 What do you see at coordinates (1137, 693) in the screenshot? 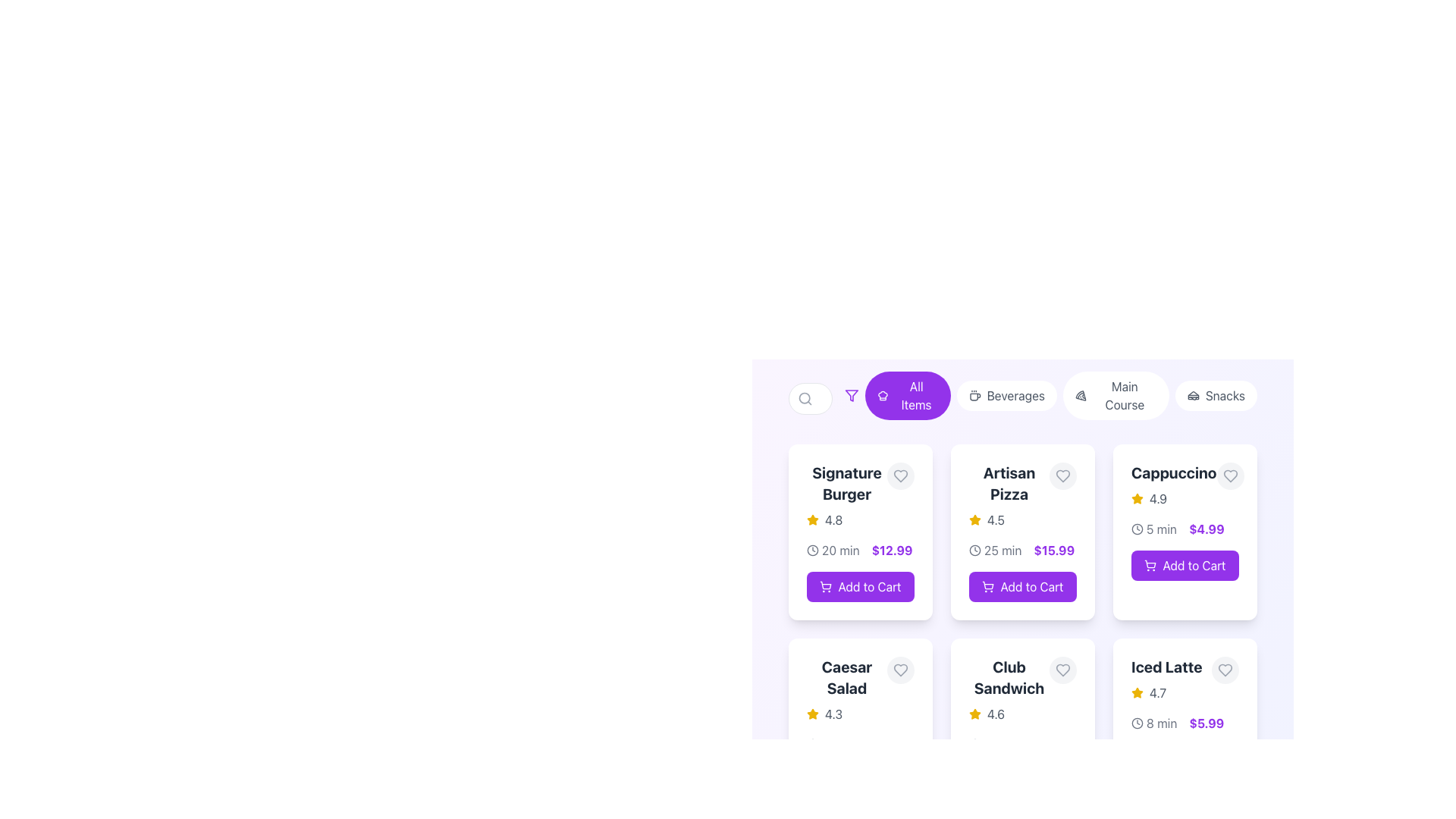
I see `the star icon representing the rating score of '4.7' for the item 'Iced Latte', located at the bottom-right corner of the menu grid` at bounding box center [1137, 693].